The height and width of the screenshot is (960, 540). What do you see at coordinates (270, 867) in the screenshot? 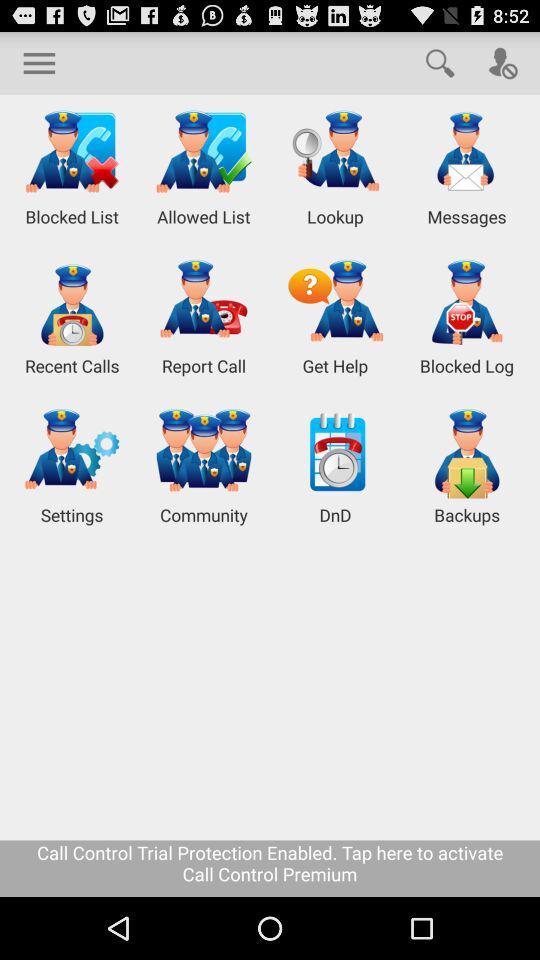
I see `the icon at the bottom` at bounding box center [270, 867].